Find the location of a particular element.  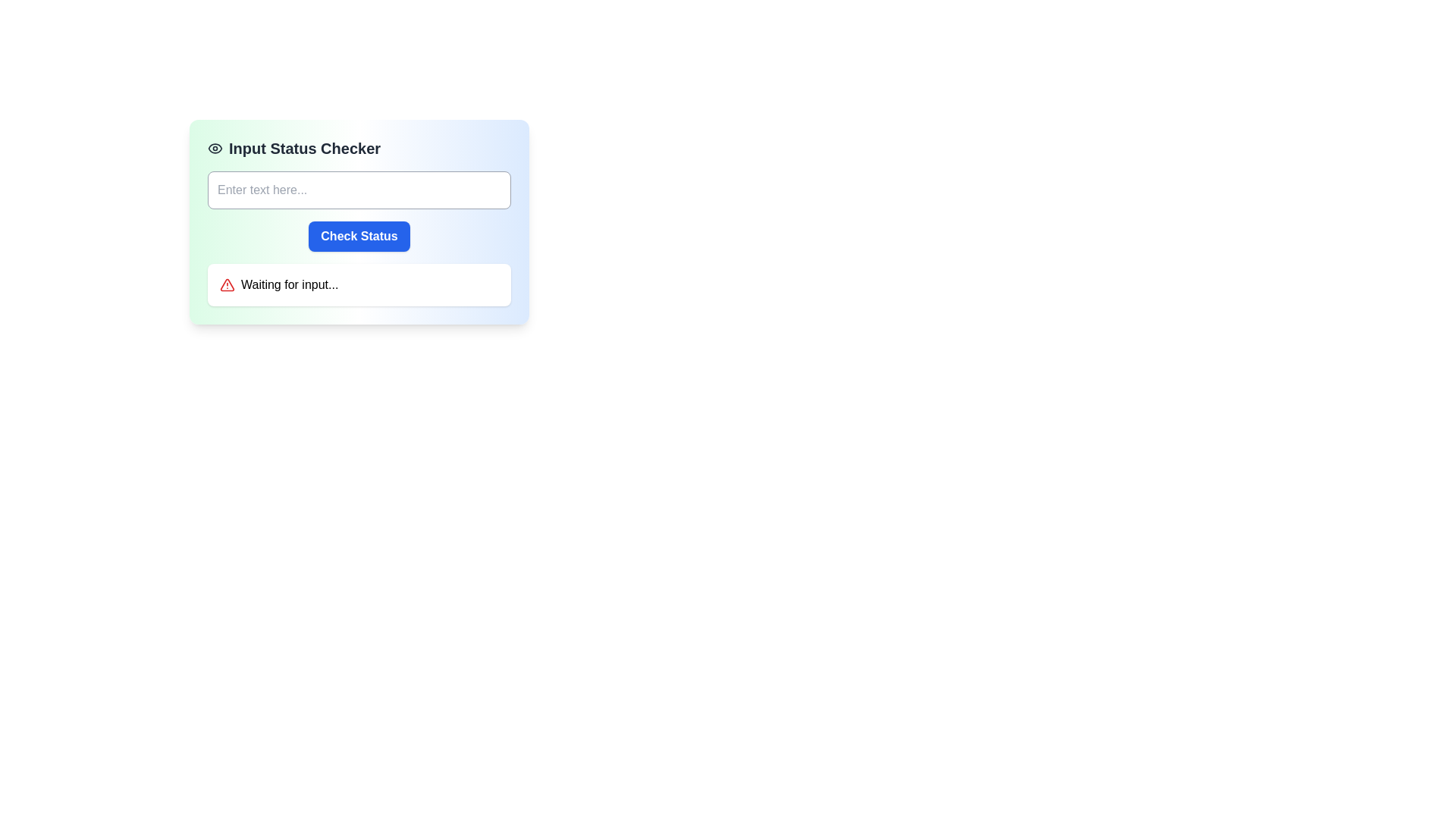

the triangular warning icon with a red hue located to the left of the text 'Waiting for input…' in the bottom notification area is located at coordinates (226, 284).